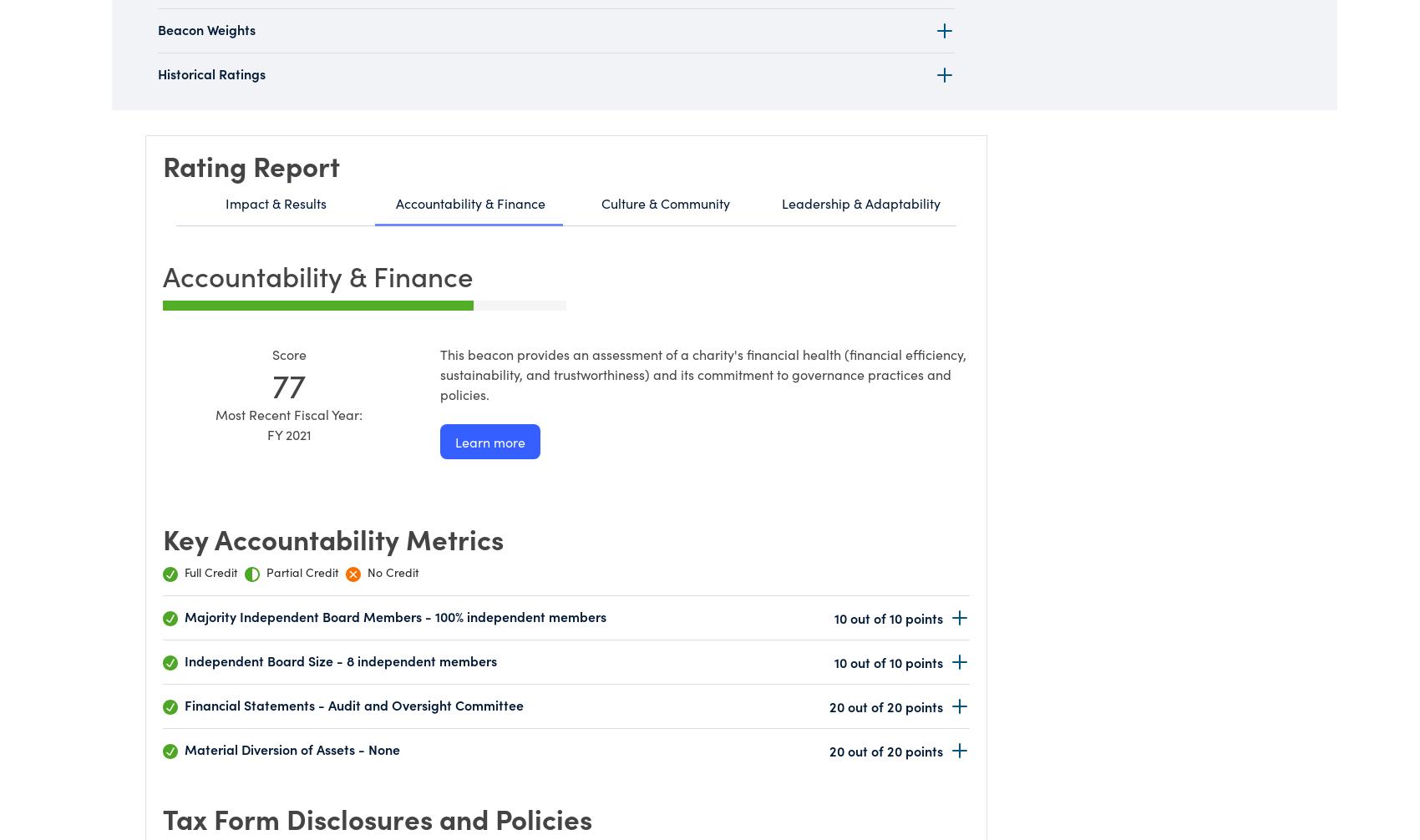 This screenshot has height=840, width=1420. Describe the element at coordinates (860, 203) in the screenshot. I see `'Leadership & Adaptability'` at that location.